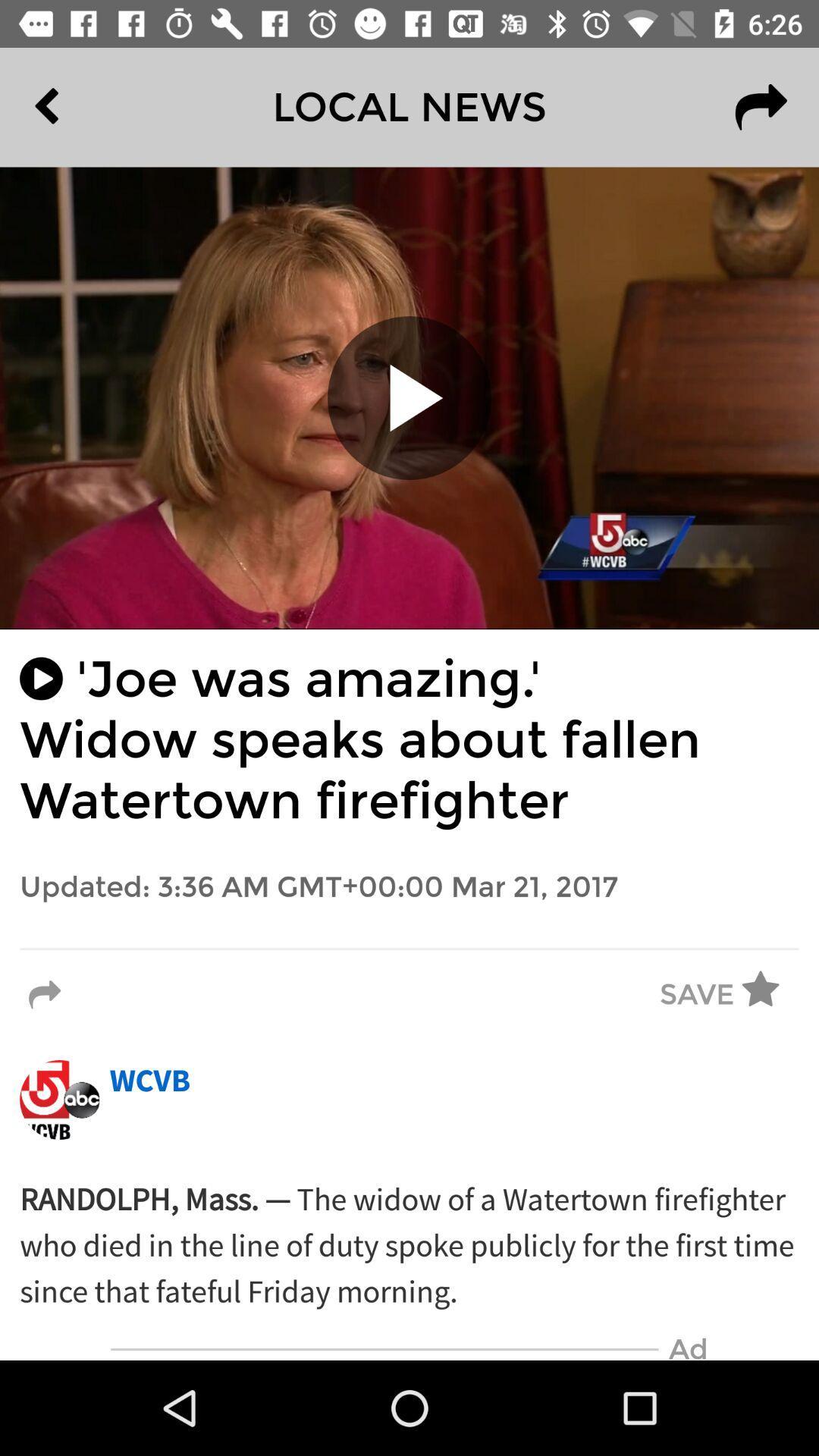 The image size is (819, 1456). I want to click on the joe was amazing item, so click(409, 740).